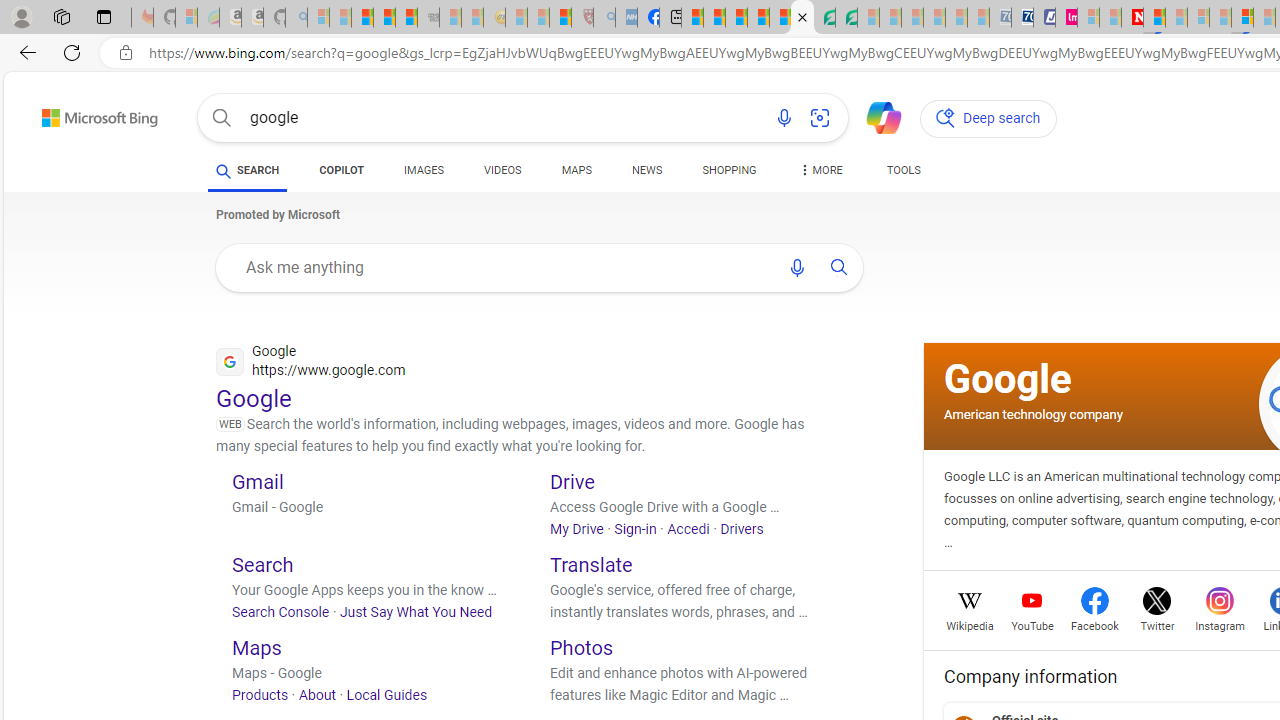 The height and width of the screenshot is (720, 1280). Describe the element at coordinates (576, 527) in the screenshot. I see `'My Drive'` at that location.